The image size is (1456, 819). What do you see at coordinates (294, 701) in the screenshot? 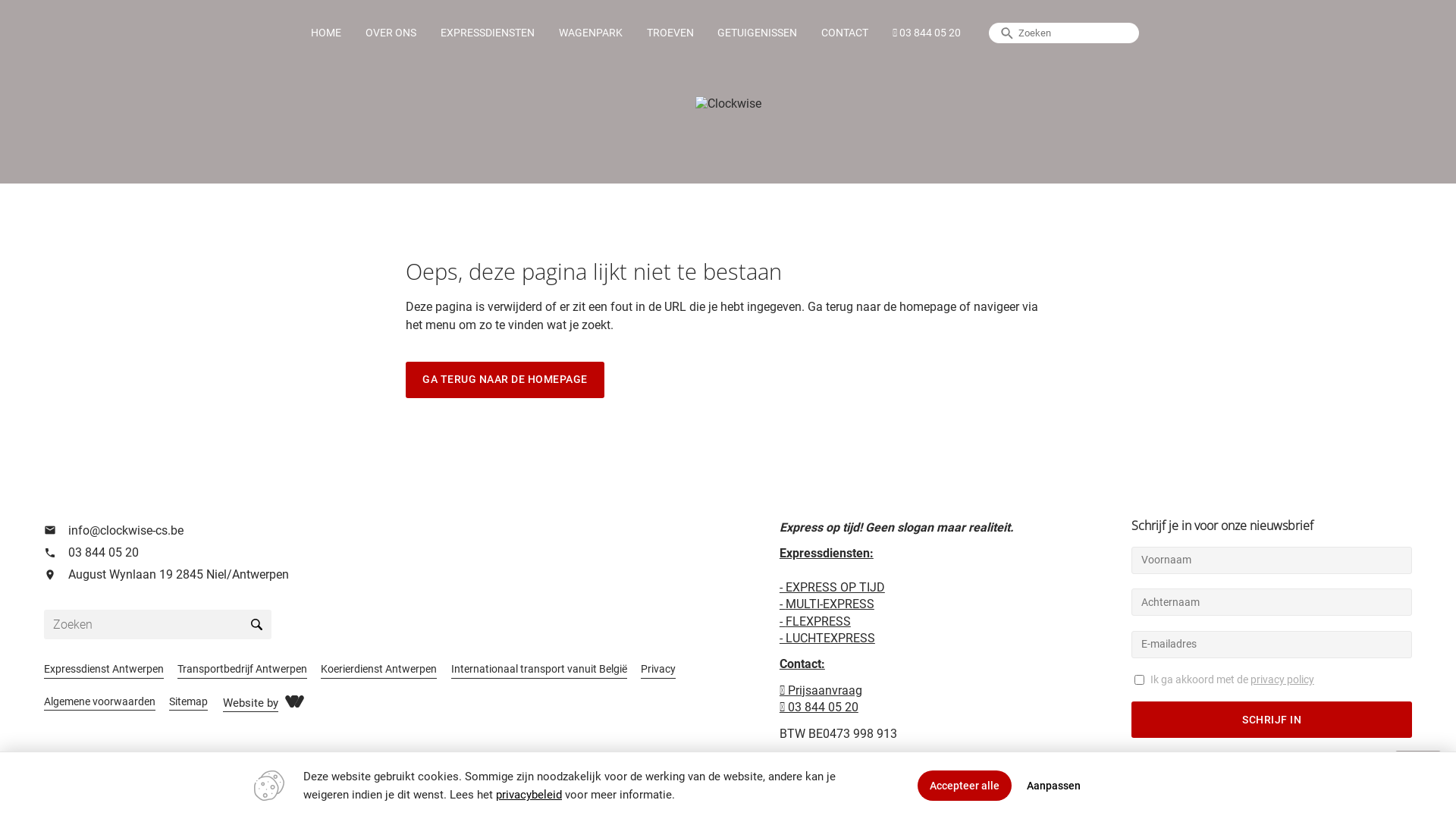
I see `'Webhero'` at bounding box center [294, 701].